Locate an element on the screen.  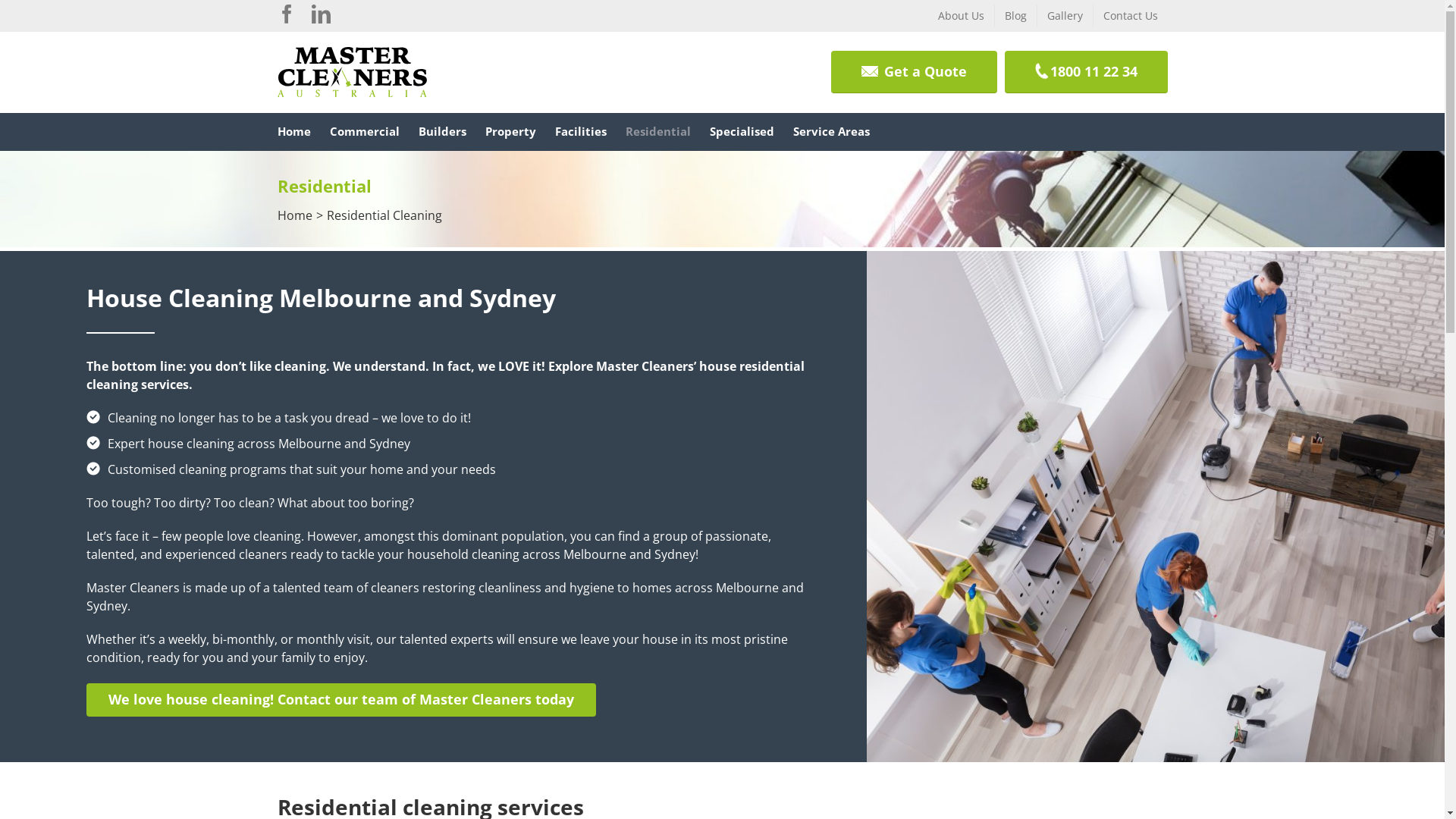
'Property' is located at coordinates (510, 130).